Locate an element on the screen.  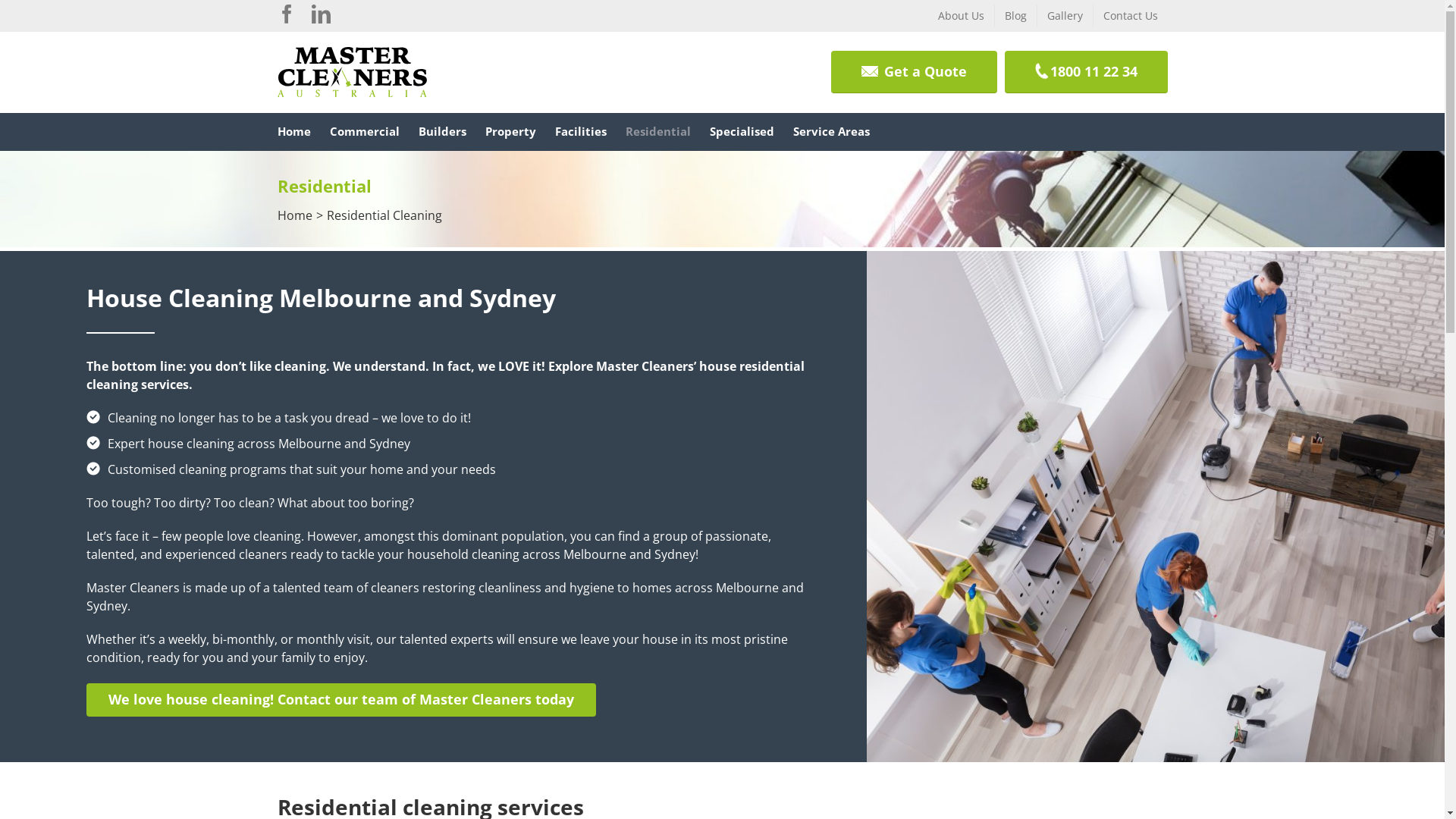
'Property' is located at coordinates (510, 130).